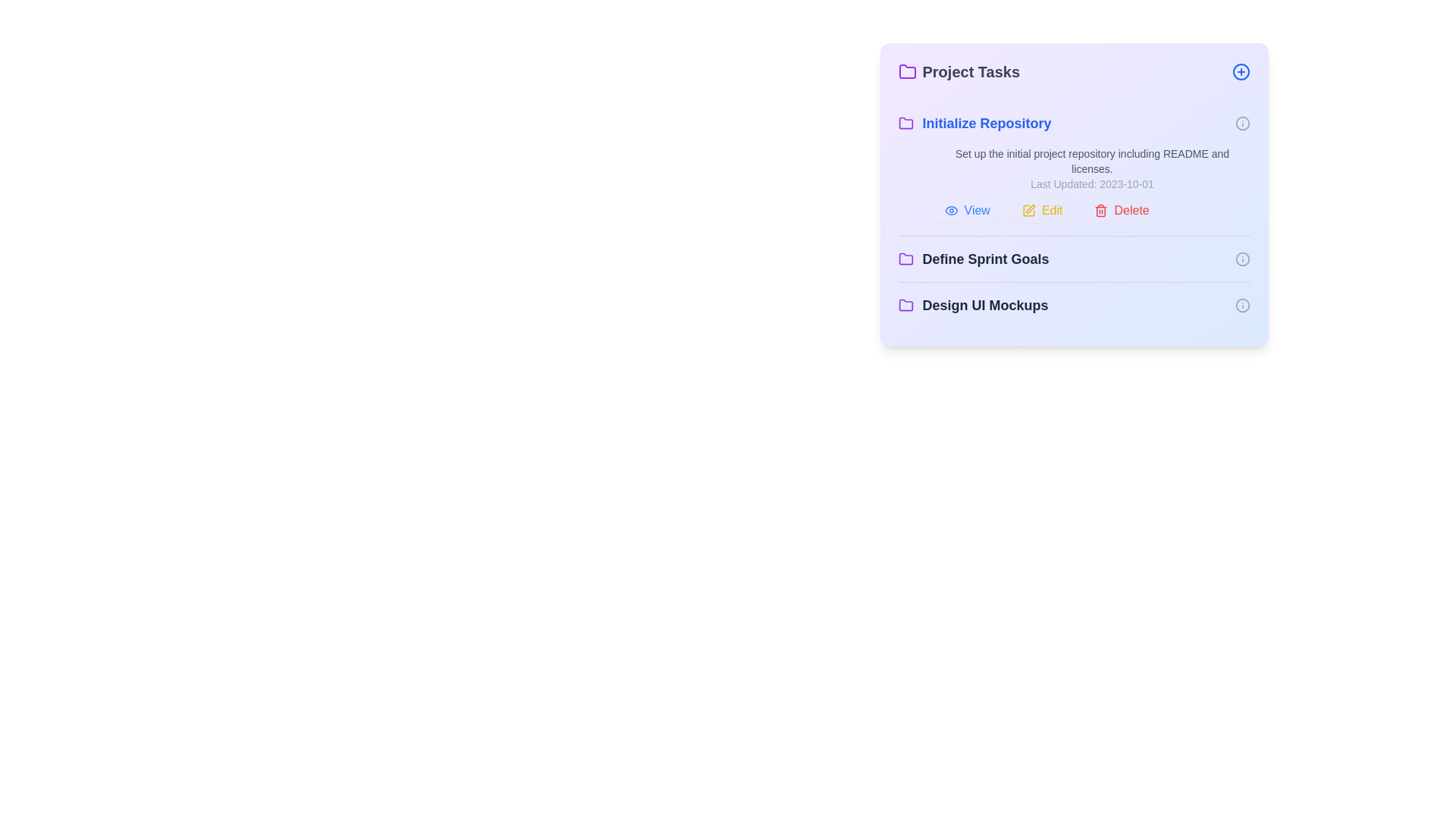  Describe the element at coordinates (905, 122) in the screenshot. I see `the folder icon with a purple outline located to the left of the text 'Initialize Repository' in the project tasks section` at that location.